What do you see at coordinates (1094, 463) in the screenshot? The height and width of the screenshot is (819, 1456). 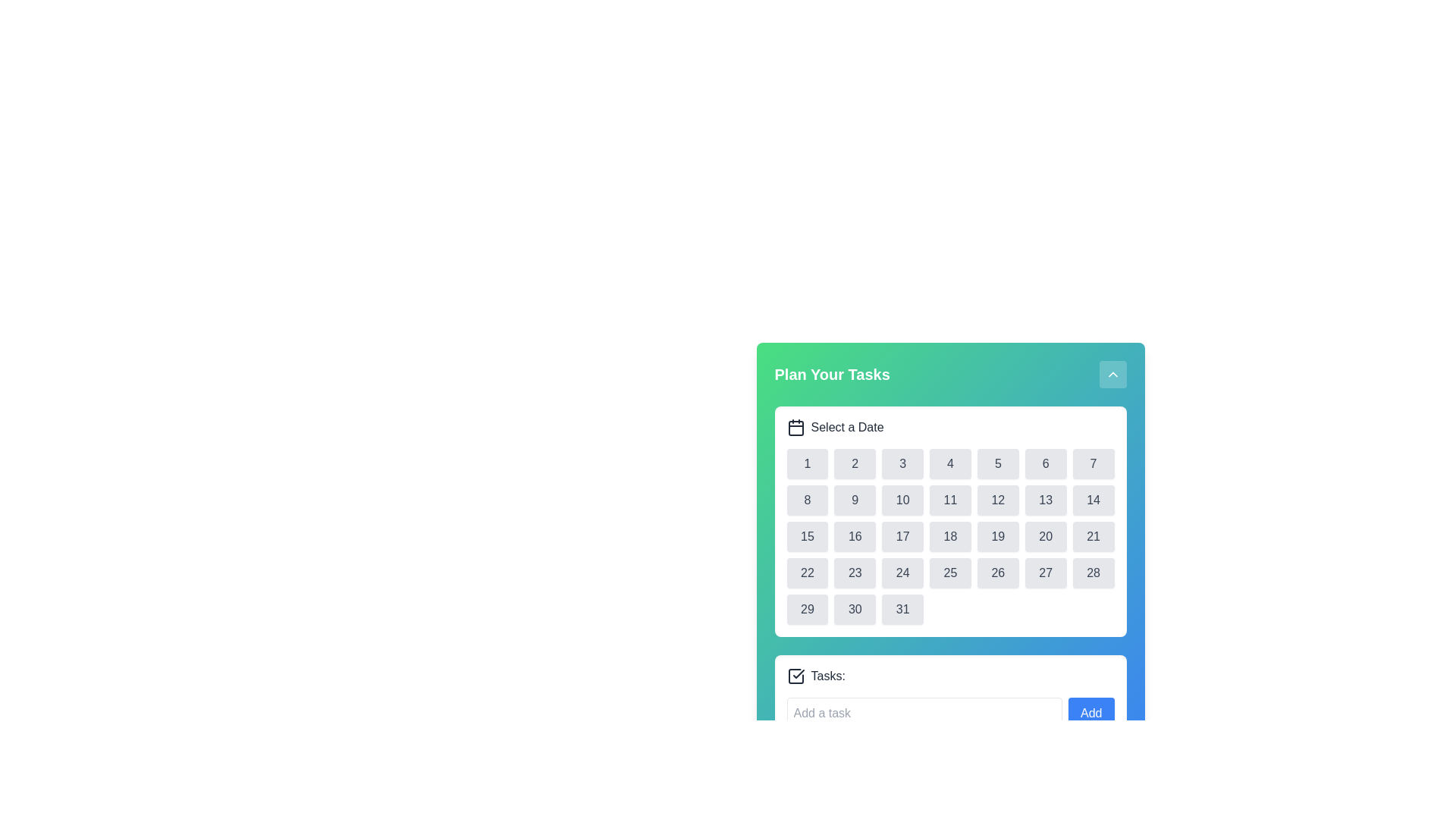 I see `the button displaying the number '7' with a light gray background and rounded corners` at bounding box center [1094, 463].